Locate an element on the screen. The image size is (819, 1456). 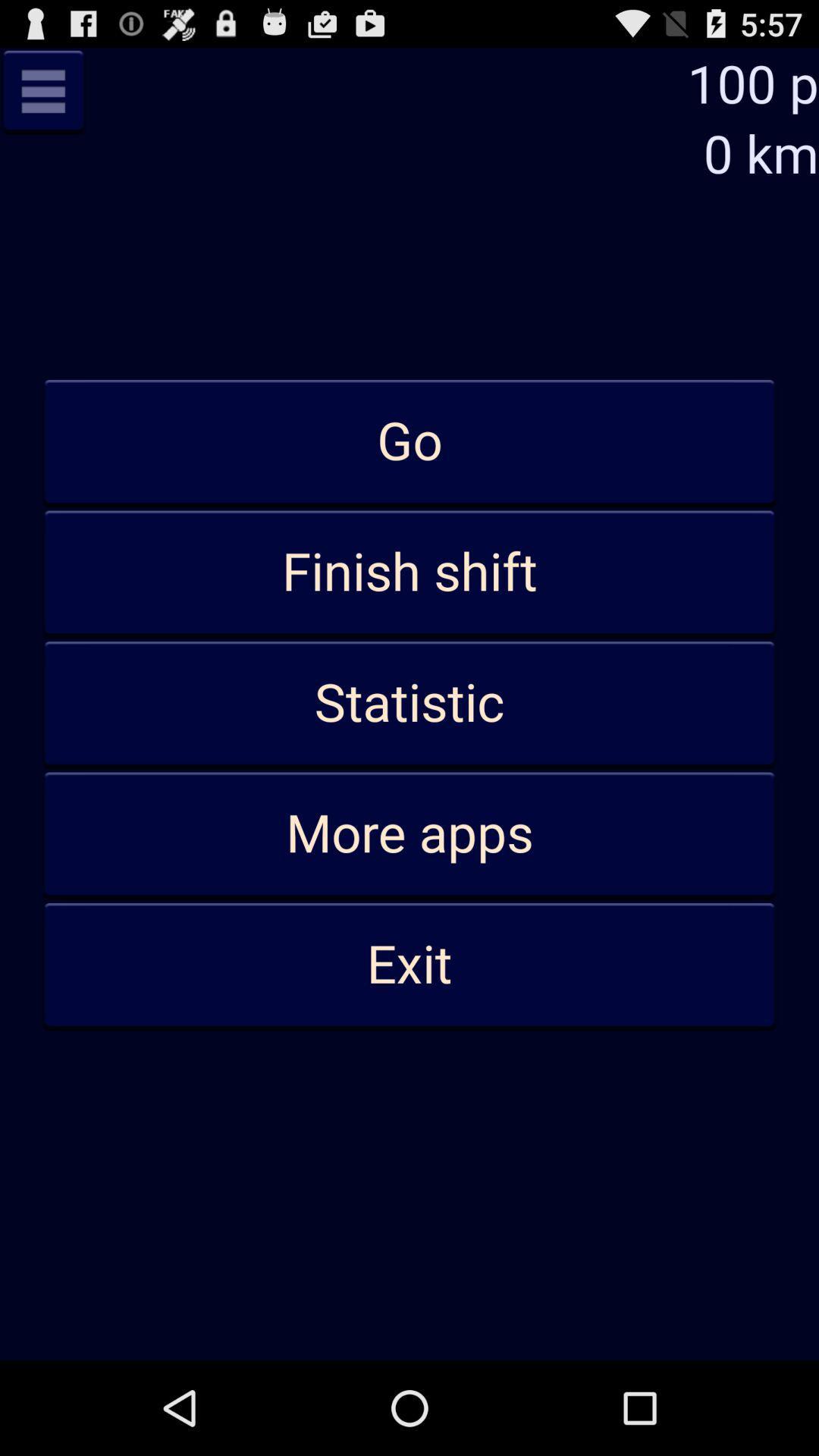
the more apps item is located at coordinates (409, 833).